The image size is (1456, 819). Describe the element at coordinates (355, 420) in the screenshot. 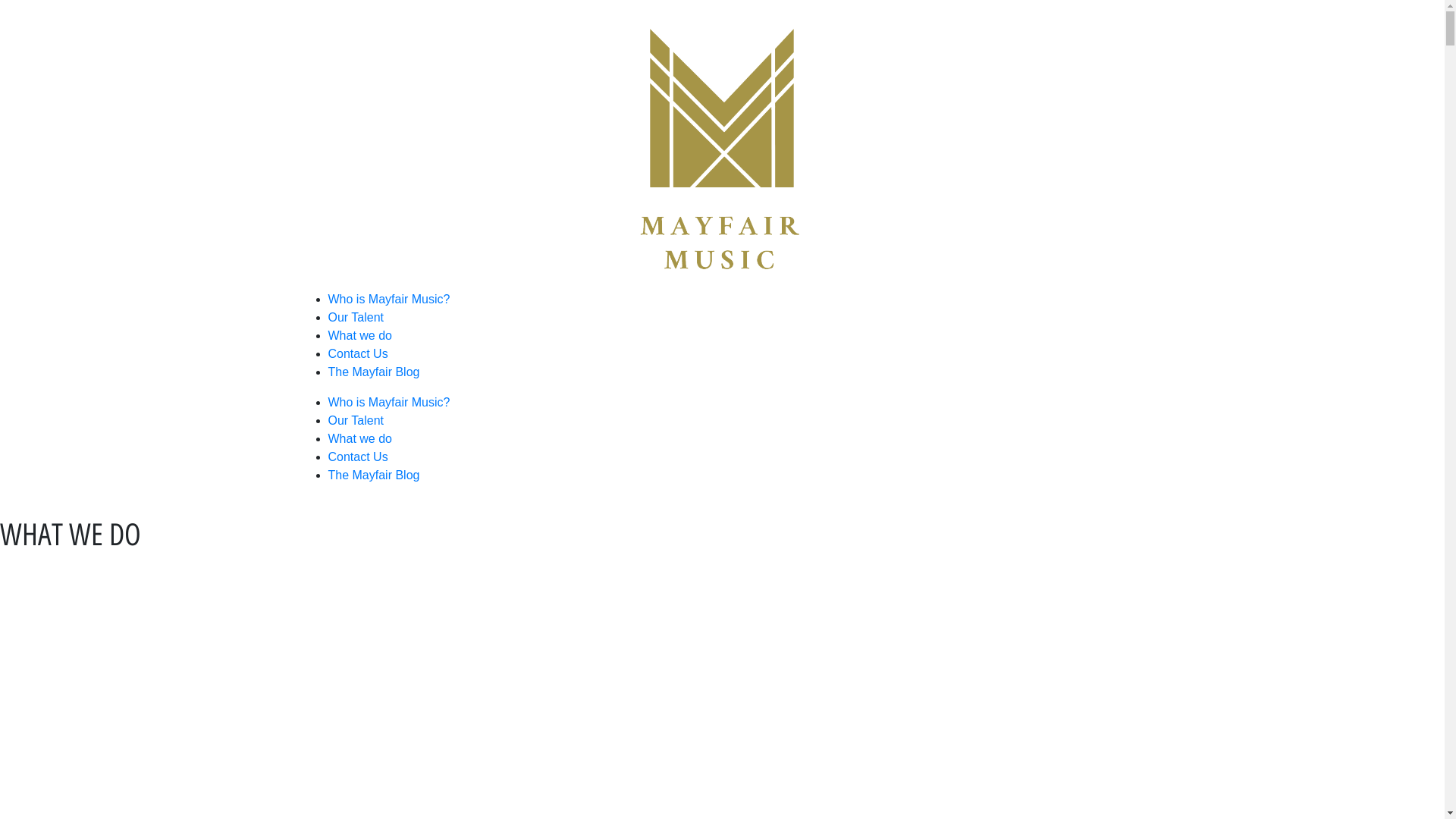

I see `'Our Talent'` at that location.